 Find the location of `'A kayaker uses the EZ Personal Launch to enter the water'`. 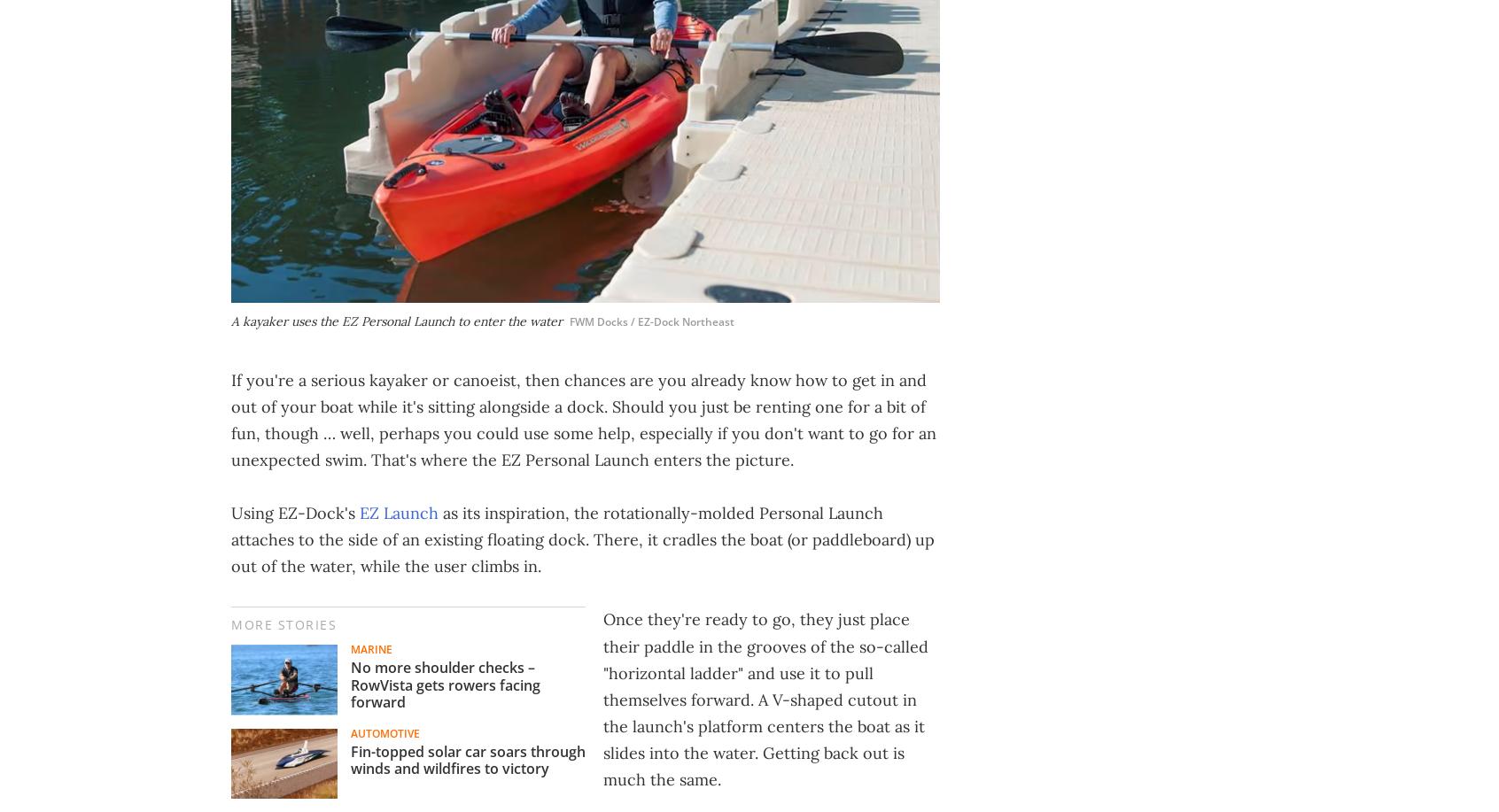

'A kayaker uses the EZ Personal Launch to enter the water' is located at coordinates (396, 321).